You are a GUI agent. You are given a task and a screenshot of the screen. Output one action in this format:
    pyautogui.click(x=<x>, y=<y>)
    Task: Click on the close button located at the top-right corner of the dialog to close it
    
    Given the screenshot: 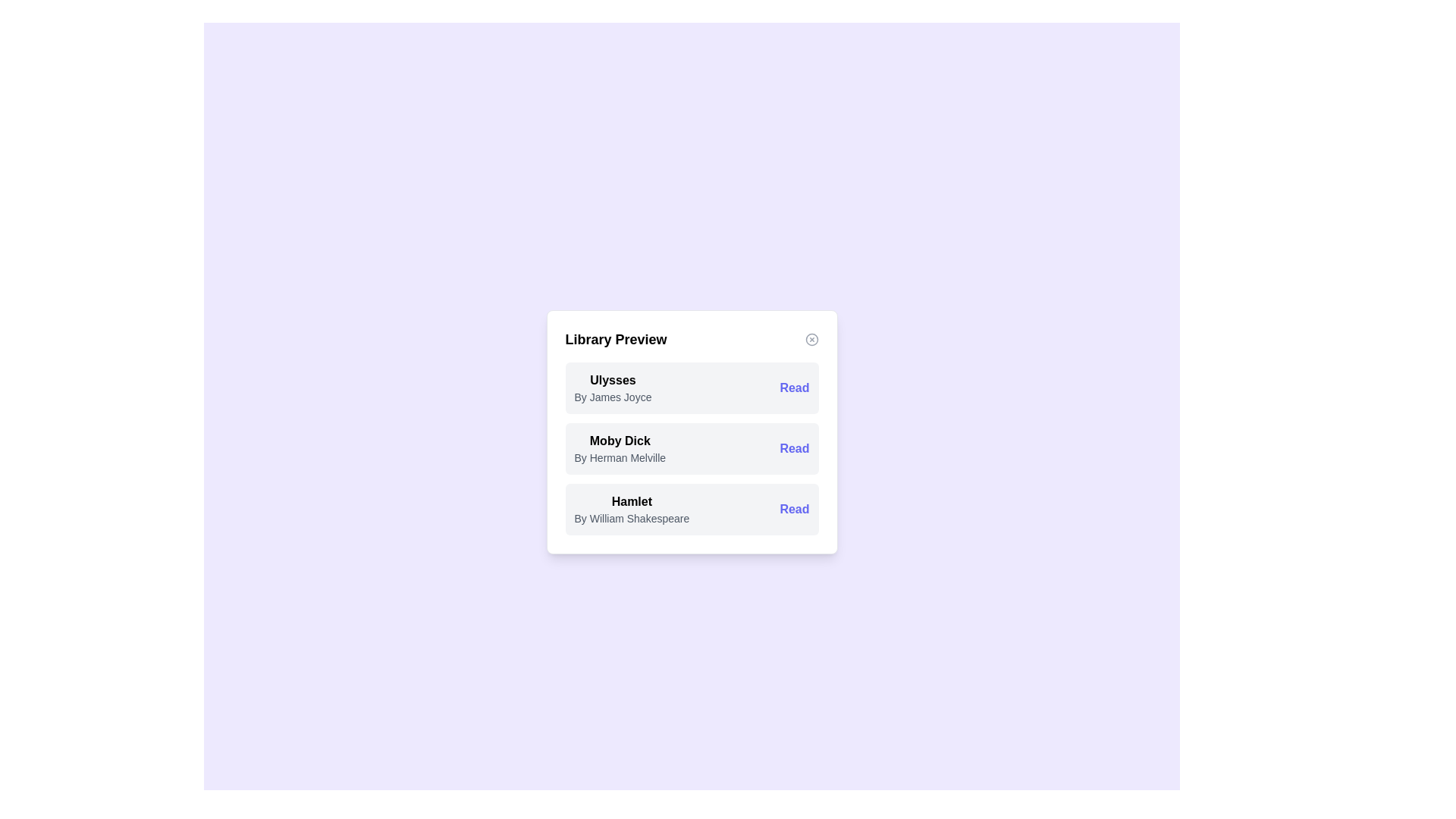 What is the action you would take?
    pyautogui.click(x=811, y=338)
    